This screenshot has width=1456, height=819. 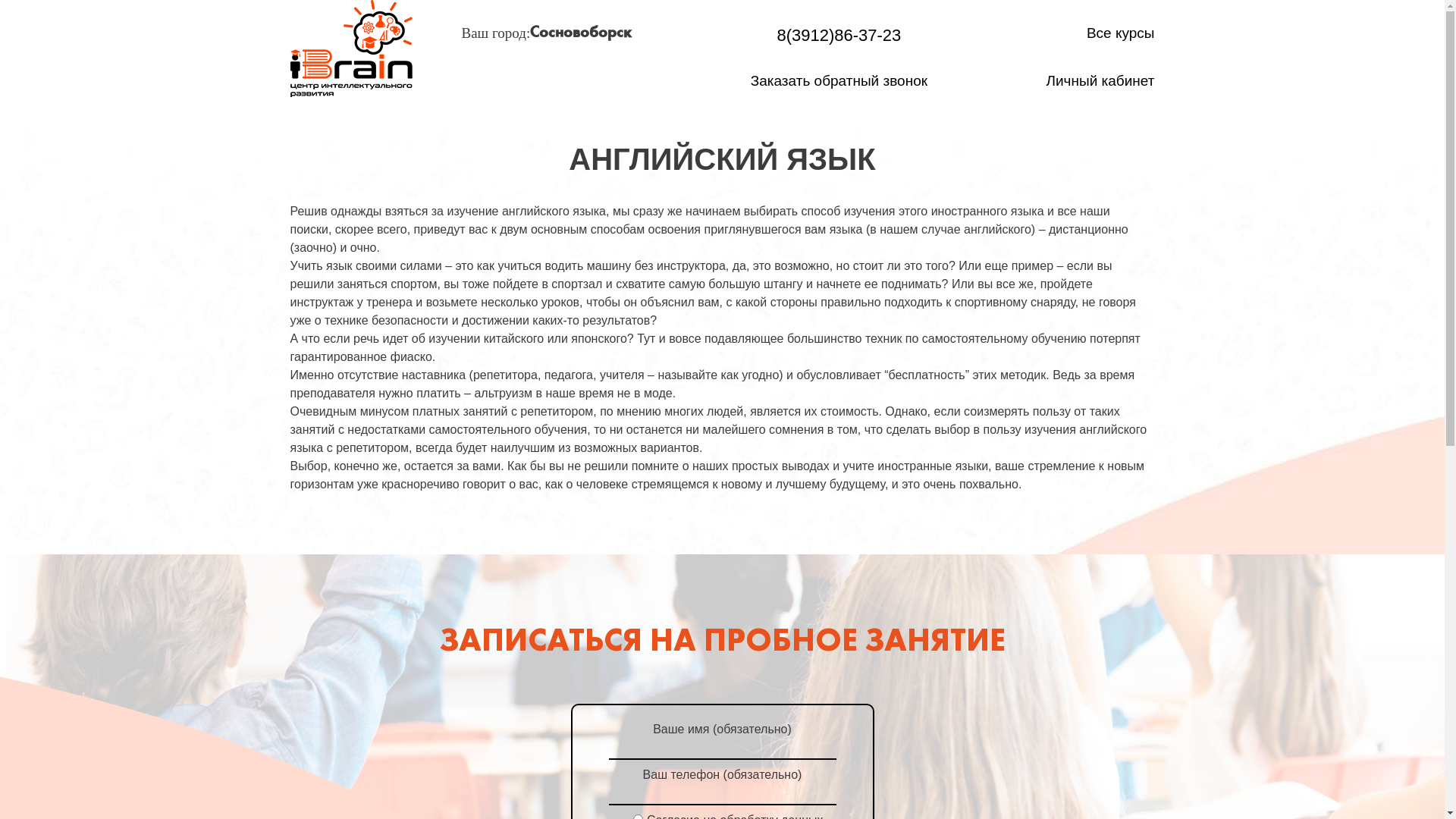 I want to click on '8(3912)86-37-23', so click(x=838, y=34).